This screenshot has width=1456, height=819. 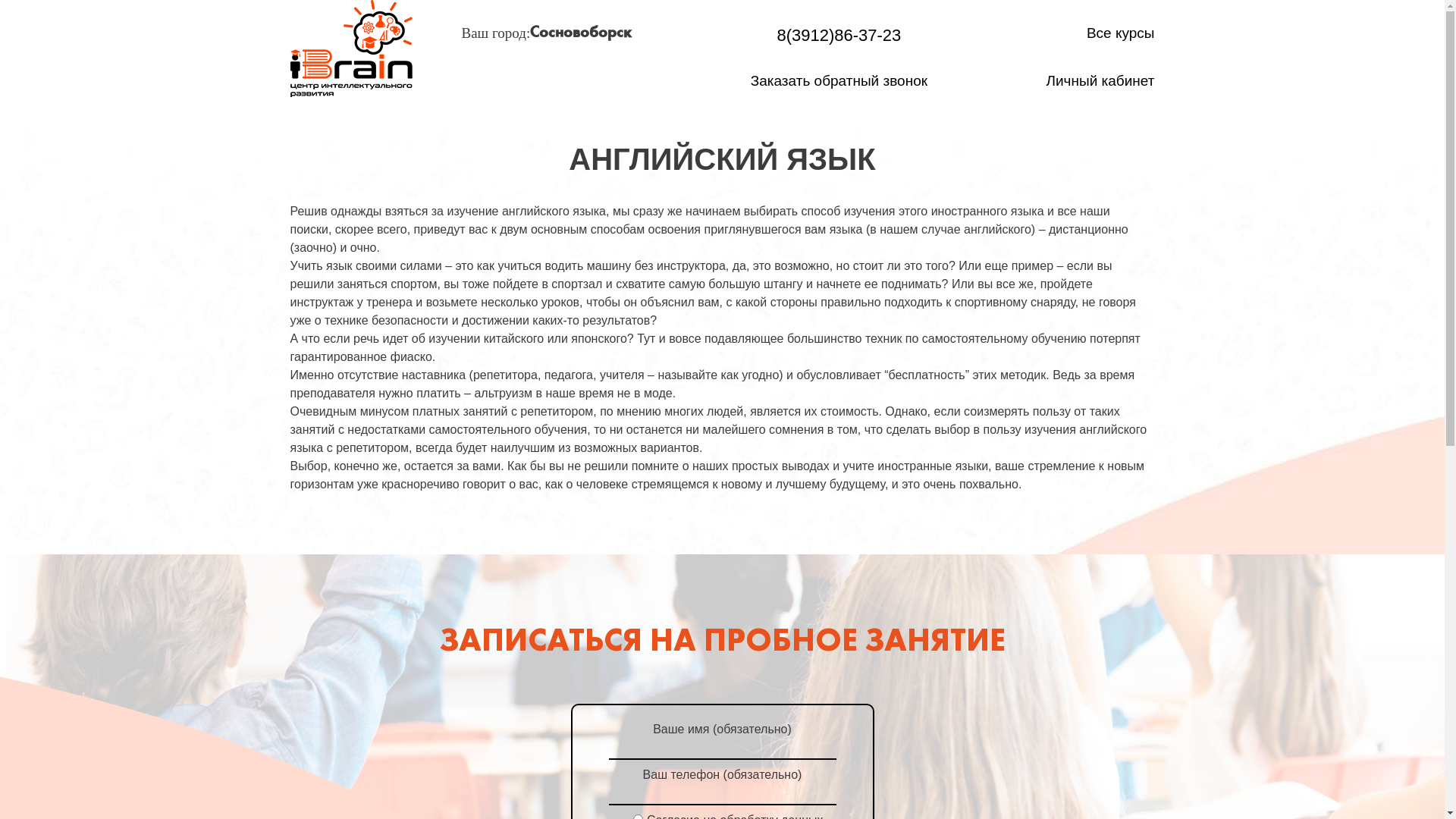 I want to click on '8(3912)86-37-23', so click(x=838, y=34).